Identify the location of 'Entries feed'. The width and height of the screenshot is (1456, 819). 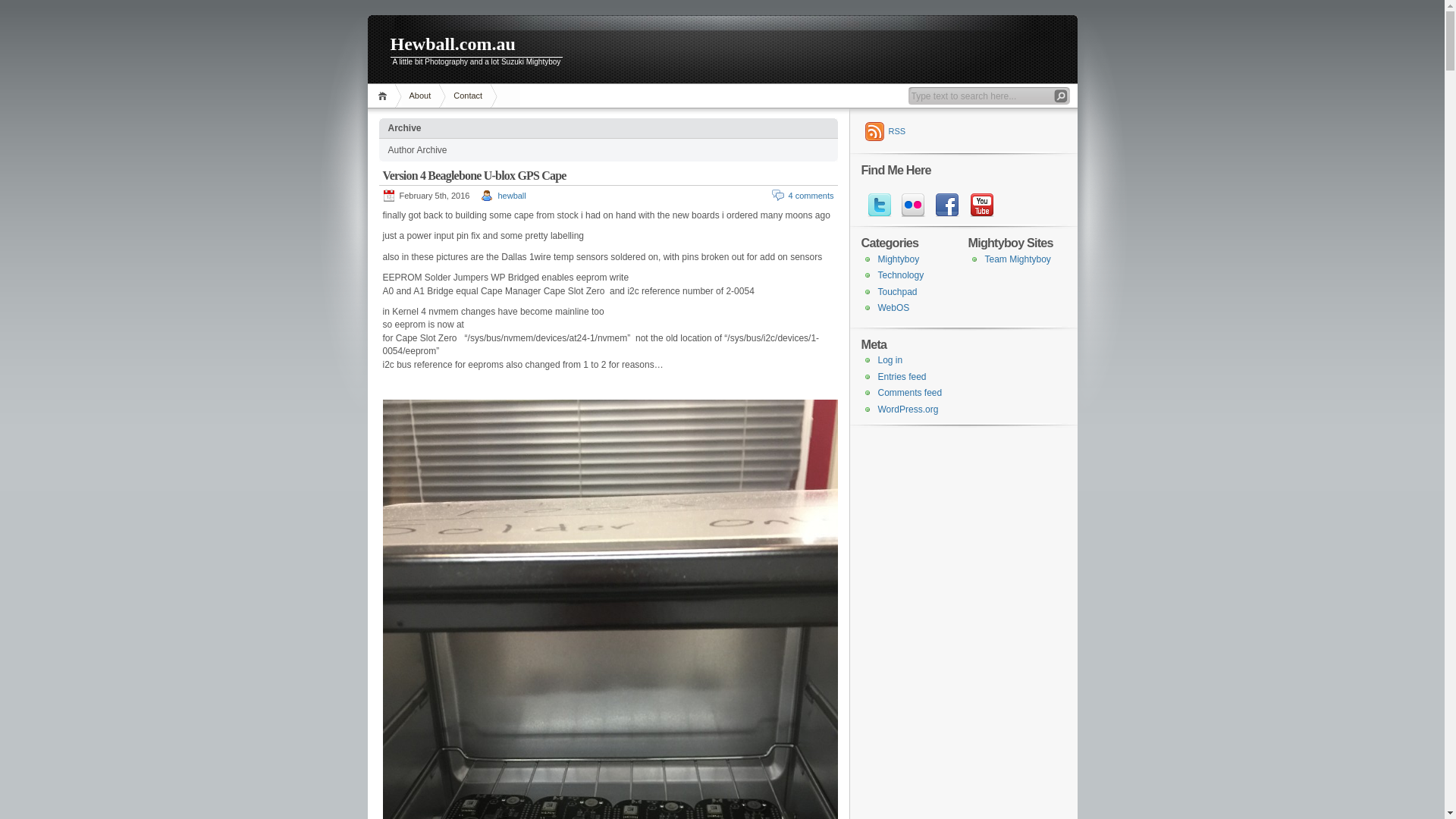
(902, 376).